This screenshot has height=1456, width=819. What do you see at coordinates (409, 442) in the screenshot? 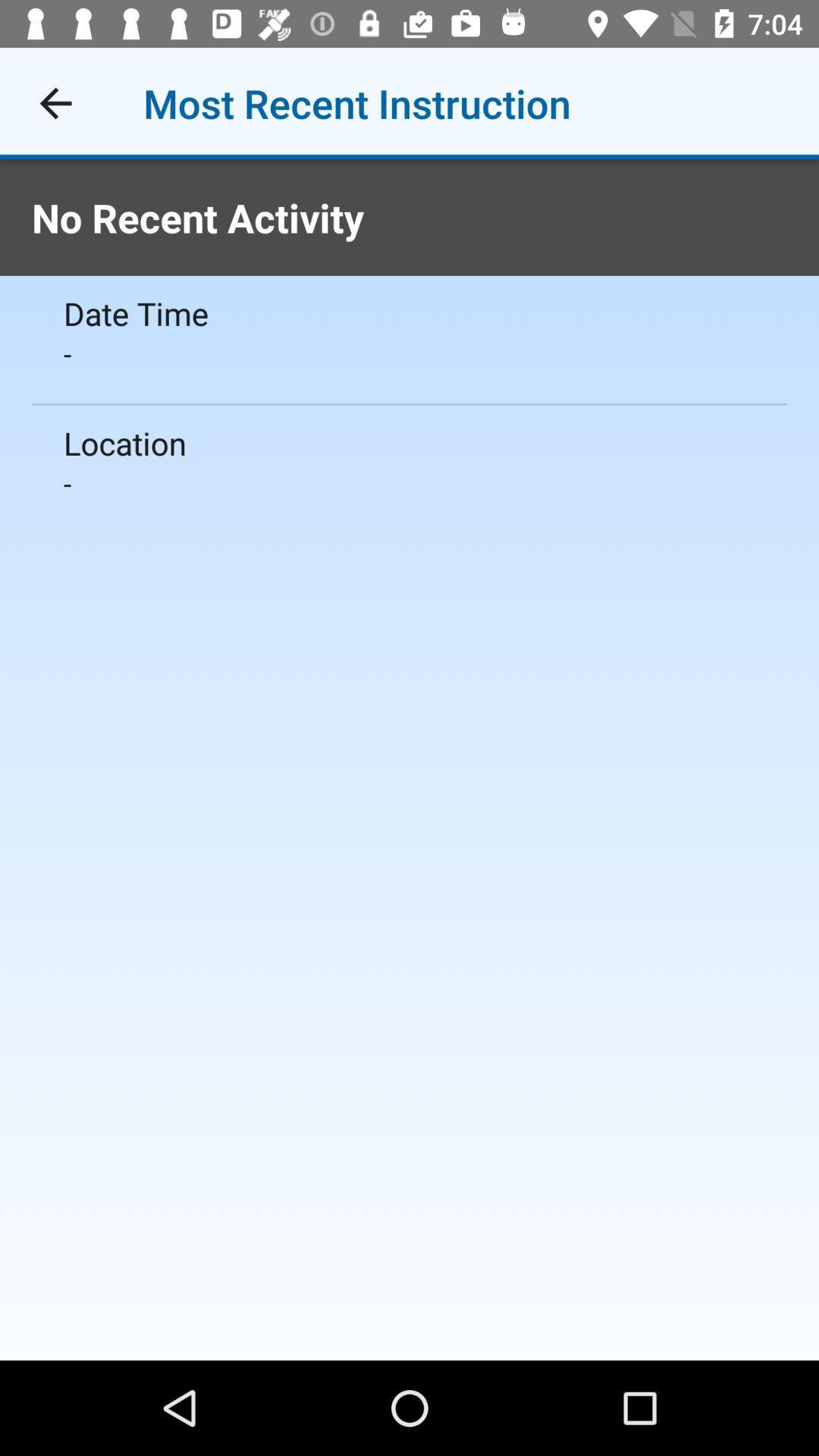
I see `the icon below the -` at bounding box center [409, 442].